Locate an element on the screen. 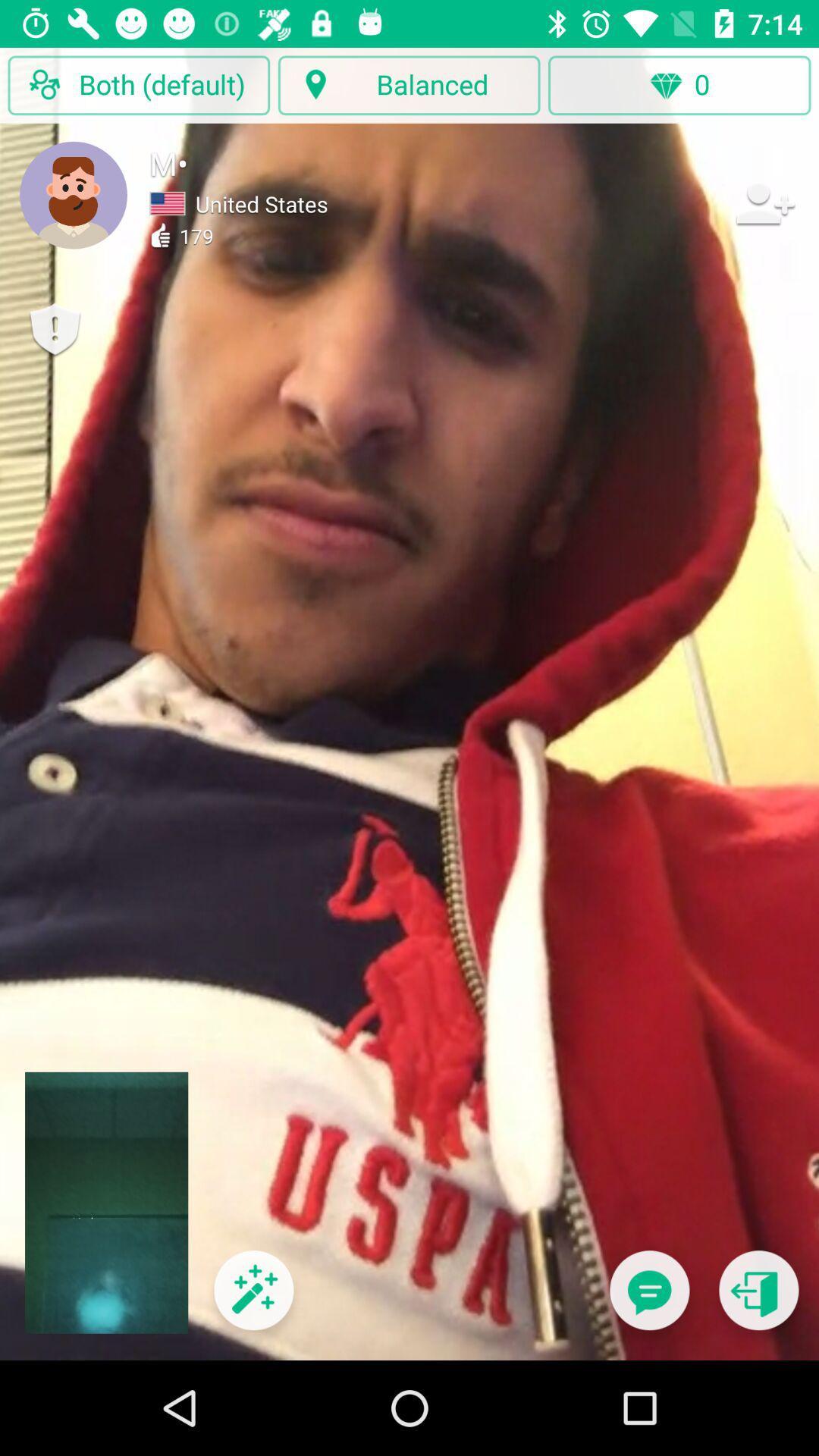  the chat icon is located at coordinates (648, 1299).